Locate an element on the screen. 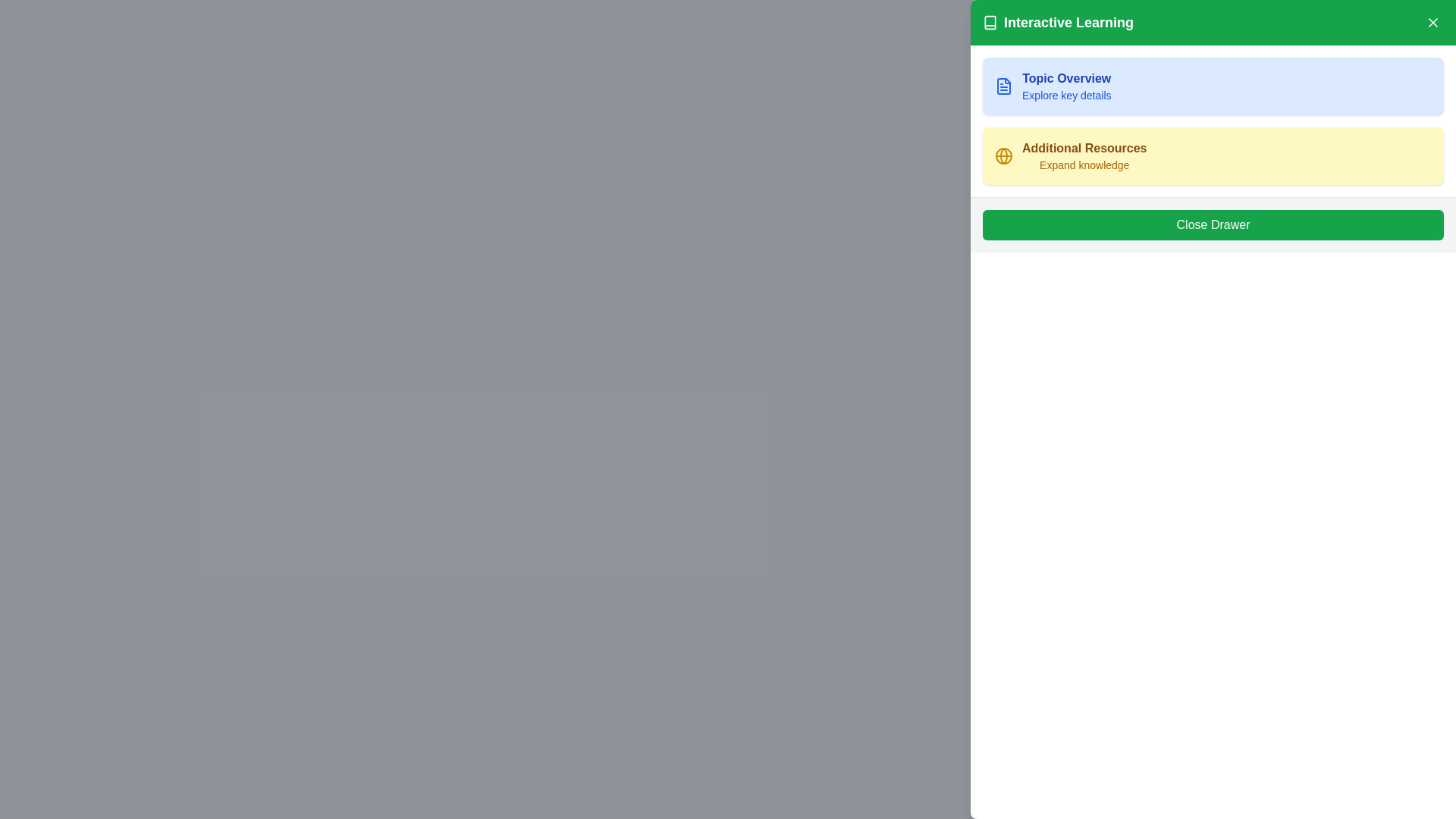 Image resolution: width=1456 pixels, height=819 pixels. the globe icon with a yellow color scheme, featuring horizontal and vertical stripes, located within the light yellow box labeled 'Additional Resources' is located at coordinates (1004, 155).